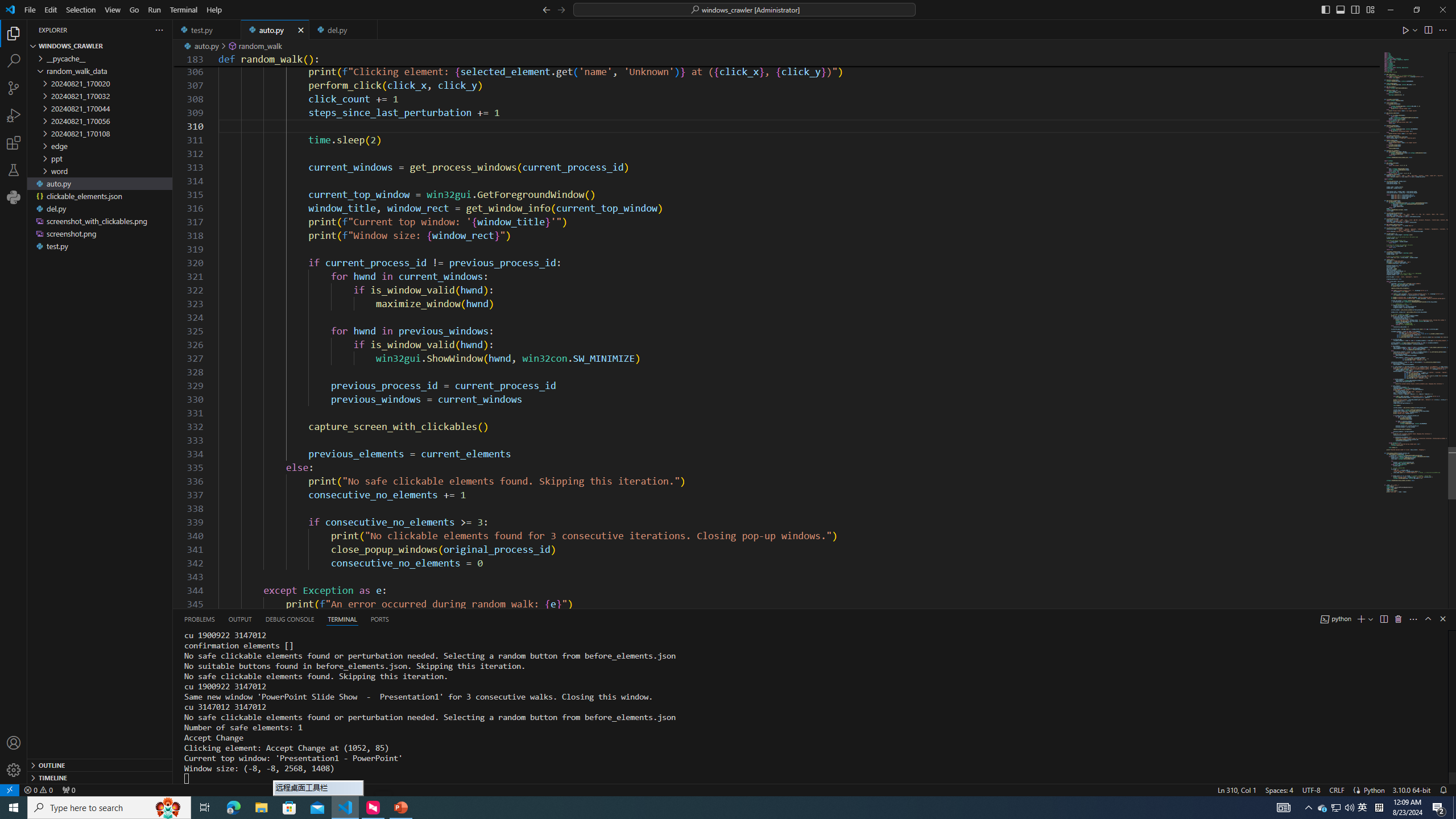 This screenshot has width=1456, height=819. What do you see at coordinates (561, 9) in the screenshot?
I see `'Go Forward (Alt+RightArrow)'` at bounding box center [561, 9].